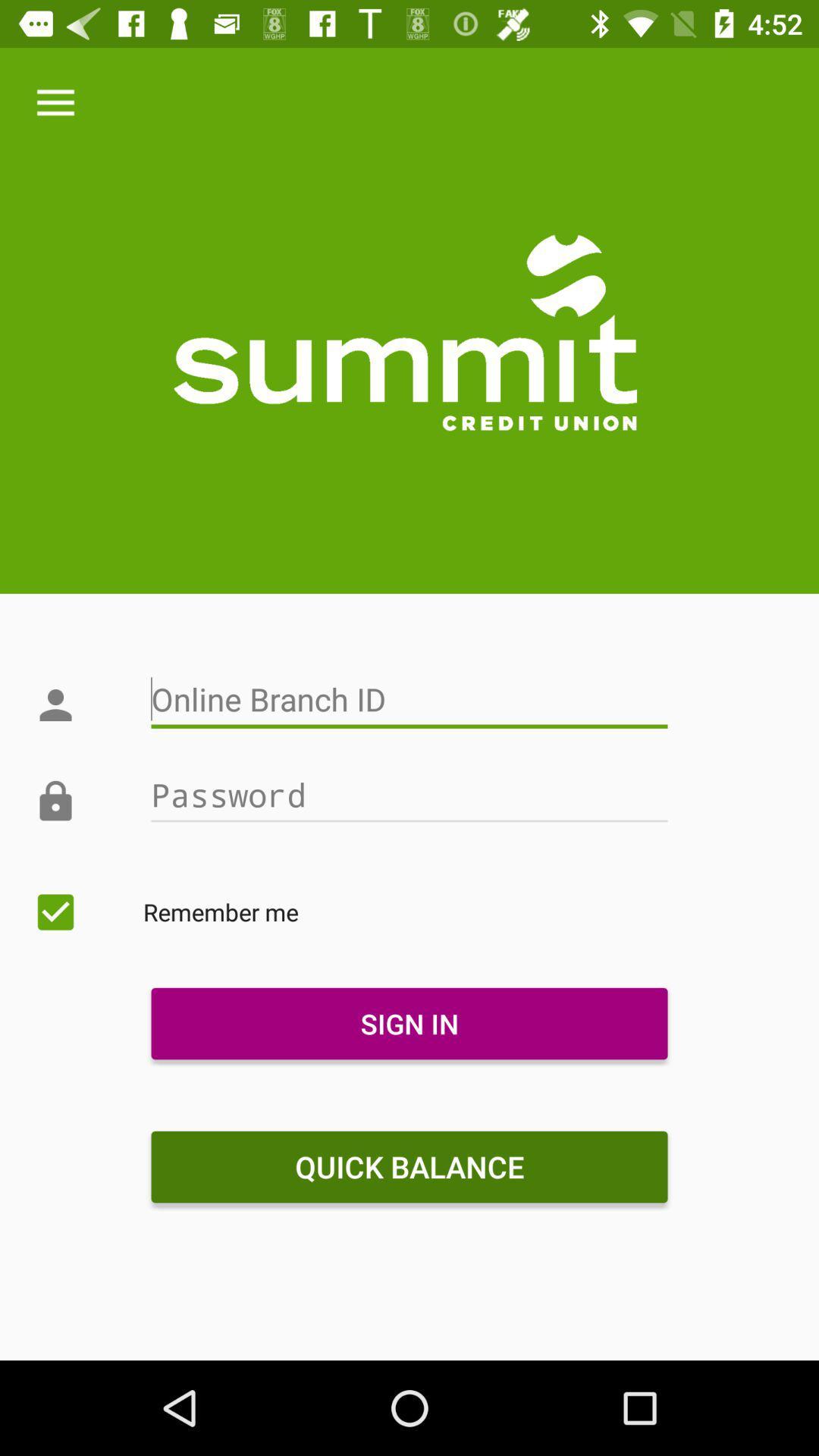 This screenshot has height=1456, width=819. Describe the element at coordinates (409, 1023) in the screenshot. I see `the icon above quick balance item` at that location.